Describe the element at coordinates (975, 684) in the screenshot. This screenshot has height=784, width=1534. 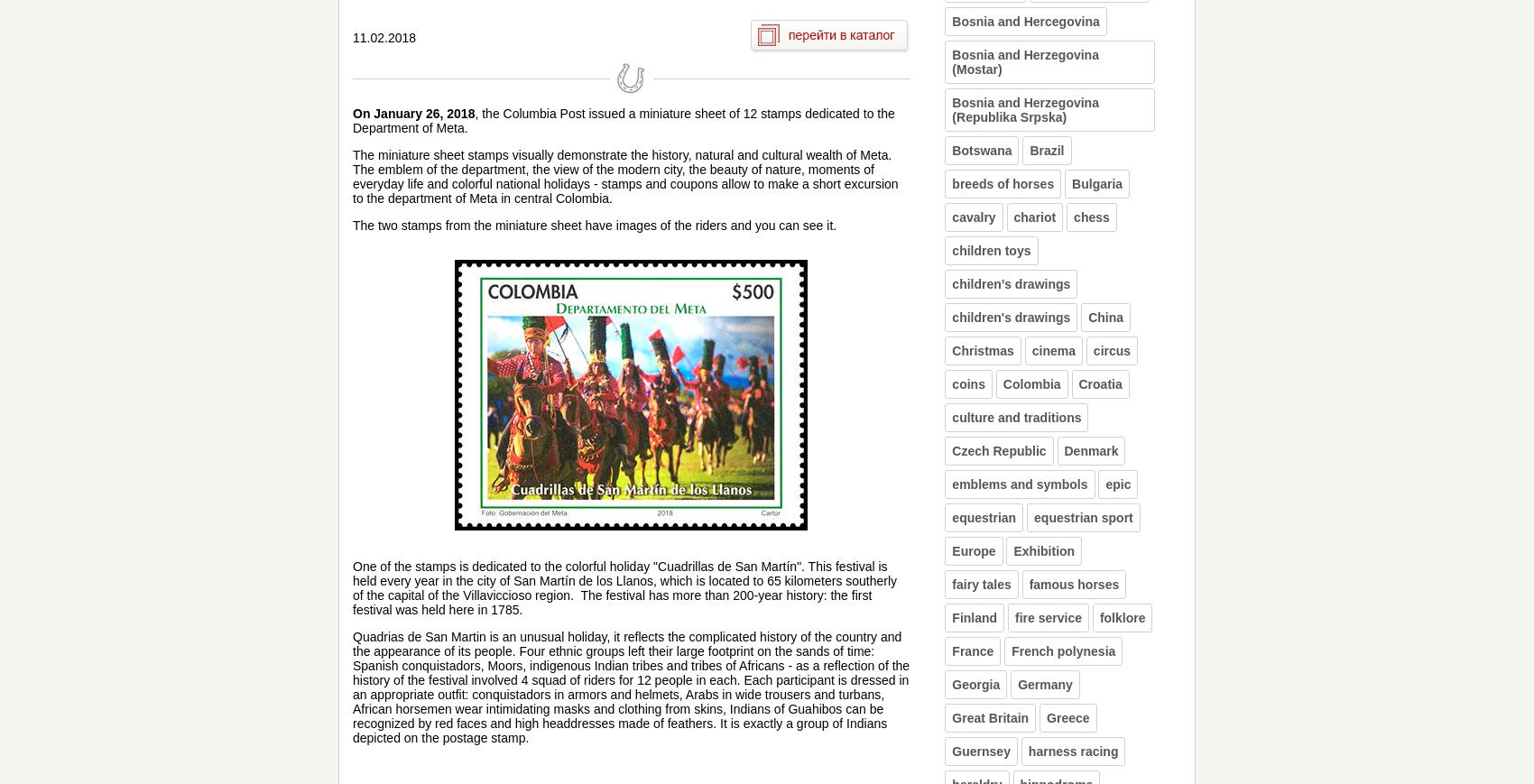
I see `'Georgia'` at that location.